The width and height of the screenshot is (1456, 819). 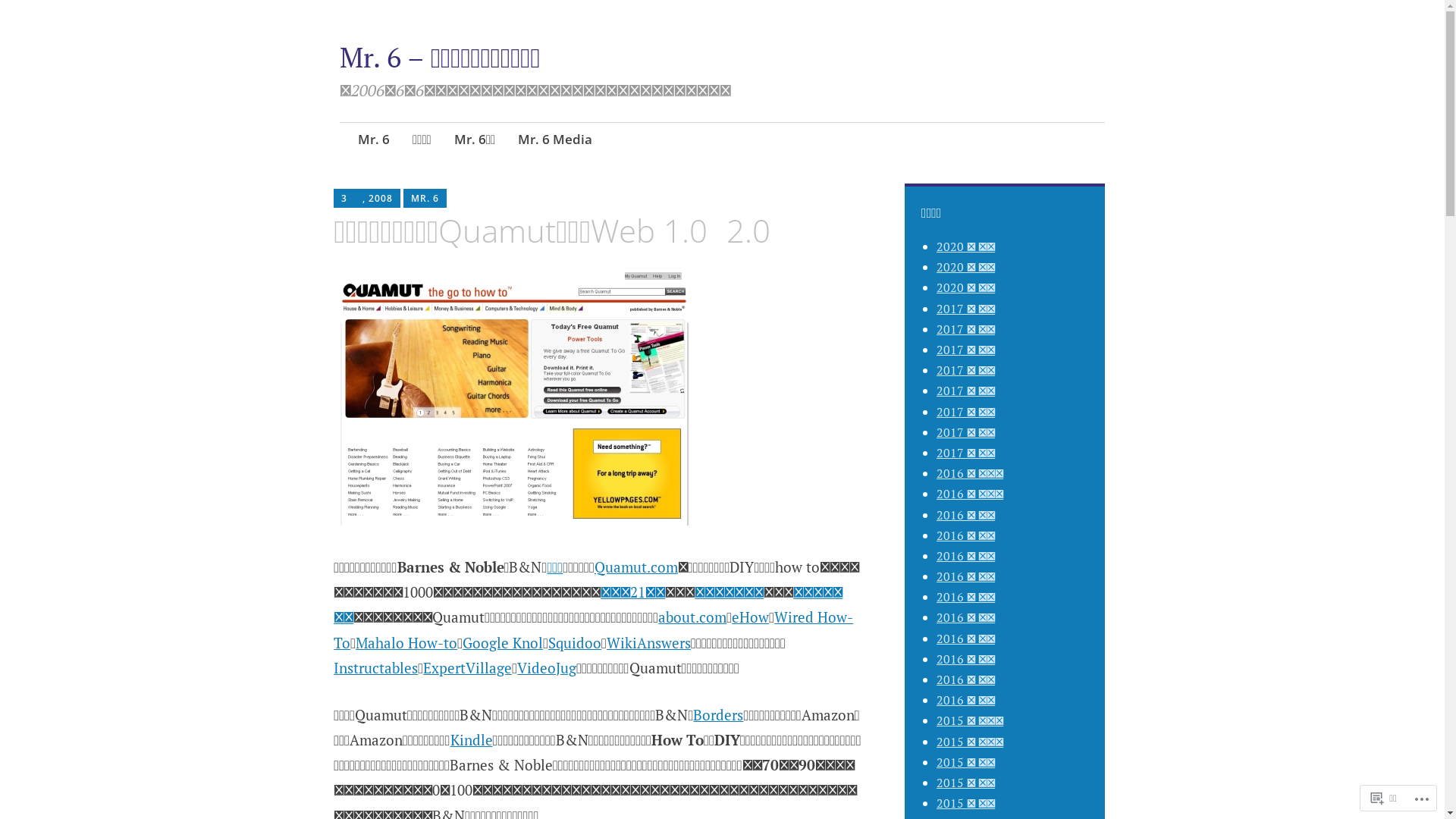 What do you see at coordinates (750, 617) in the screenshot?
I see `'eHow'` at bounding box center [750, 617].